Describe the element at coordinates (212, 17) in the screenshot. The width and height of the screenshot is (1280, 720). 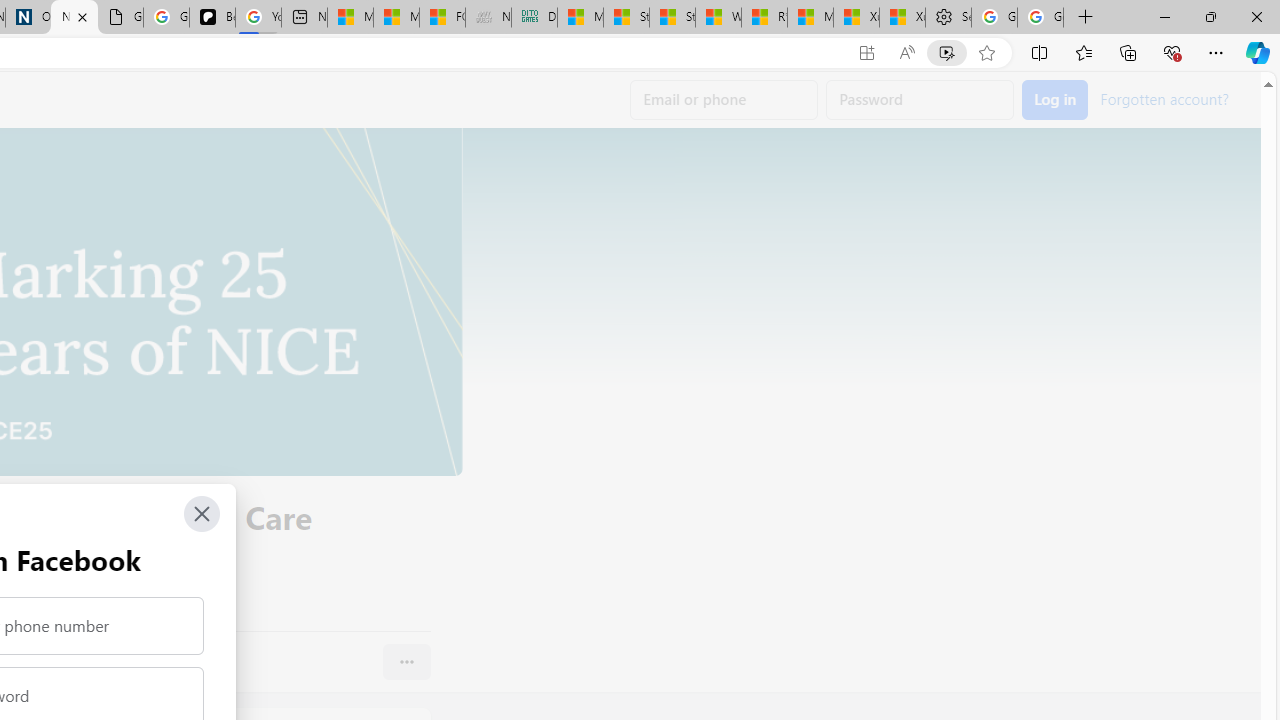
I see `'Be Smart | creating Science videos | Patreon'` at that location.